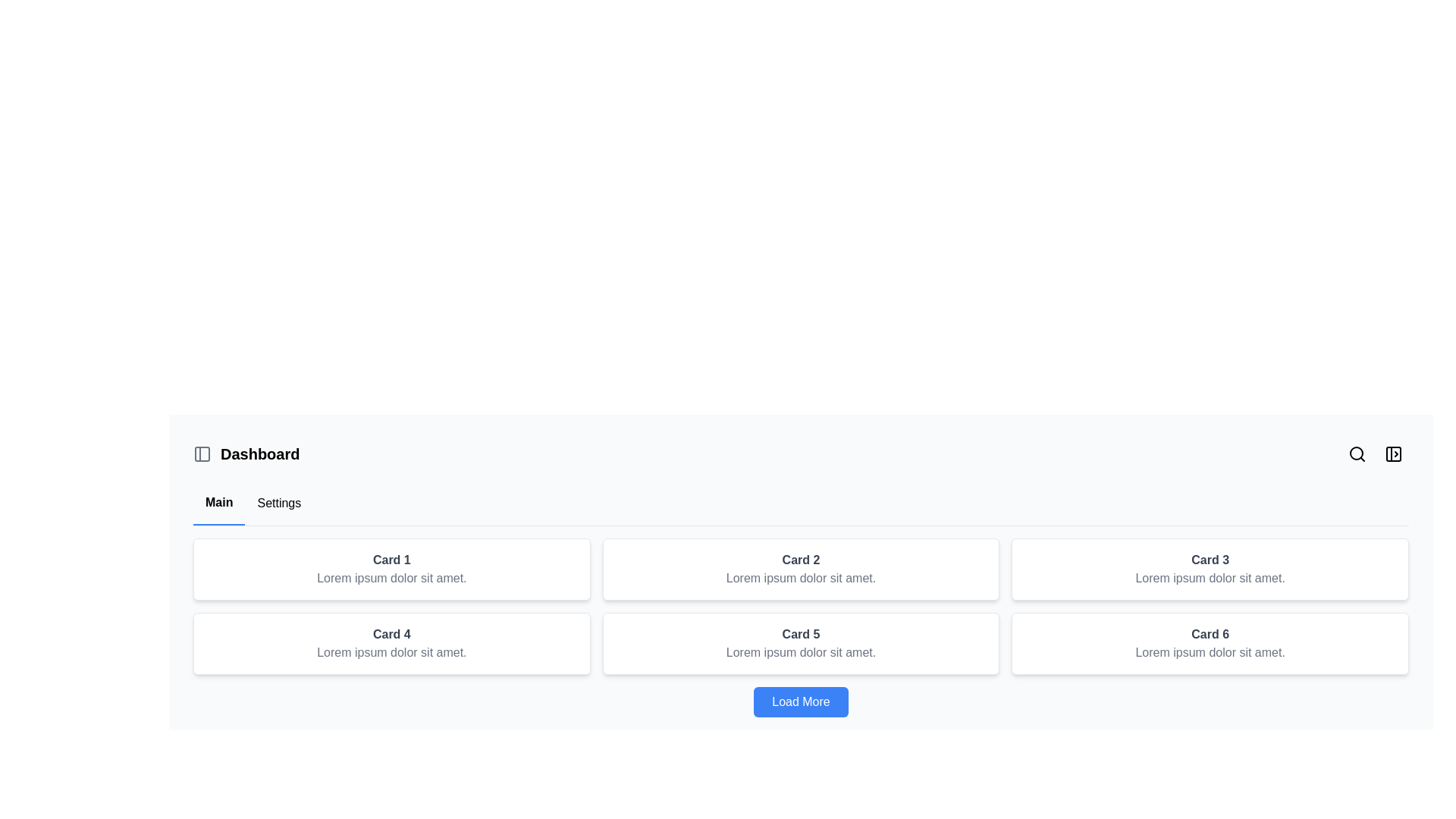 The width and height of the screenshot is (1456, 819). What do you see at coordinates (1394, 453) in the screenshot?
I see `the icon component located at the rightmost edge of the interface in the top navigation bar, adjacent to the search icon` at bounding box center [1394, 453].